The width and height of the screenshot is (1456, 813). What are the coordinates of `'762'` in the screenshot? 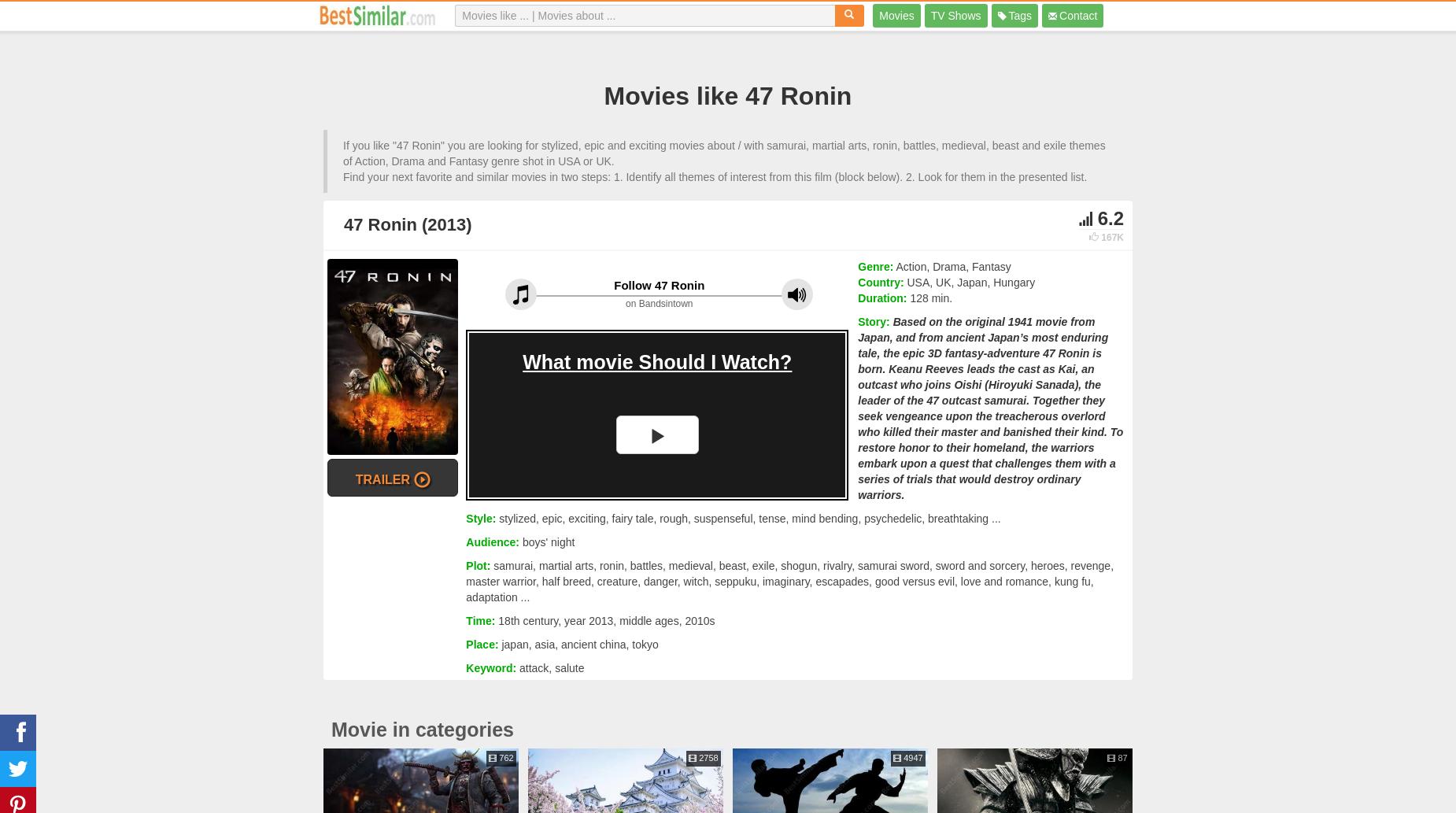 It's located at (504, 756).